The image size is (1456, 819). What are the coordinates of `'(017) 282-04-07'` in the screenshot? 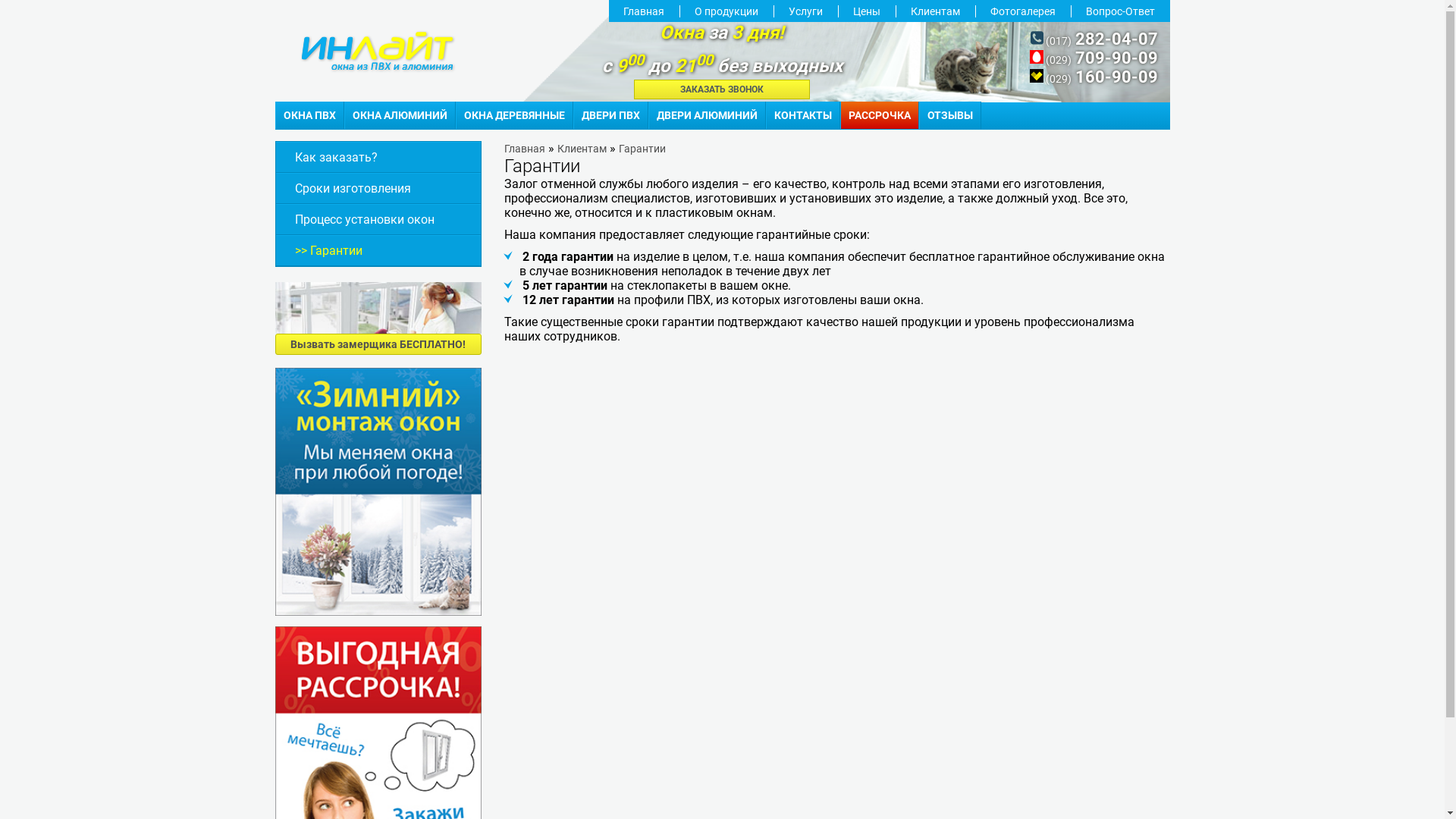 It's located at (1094, 39).